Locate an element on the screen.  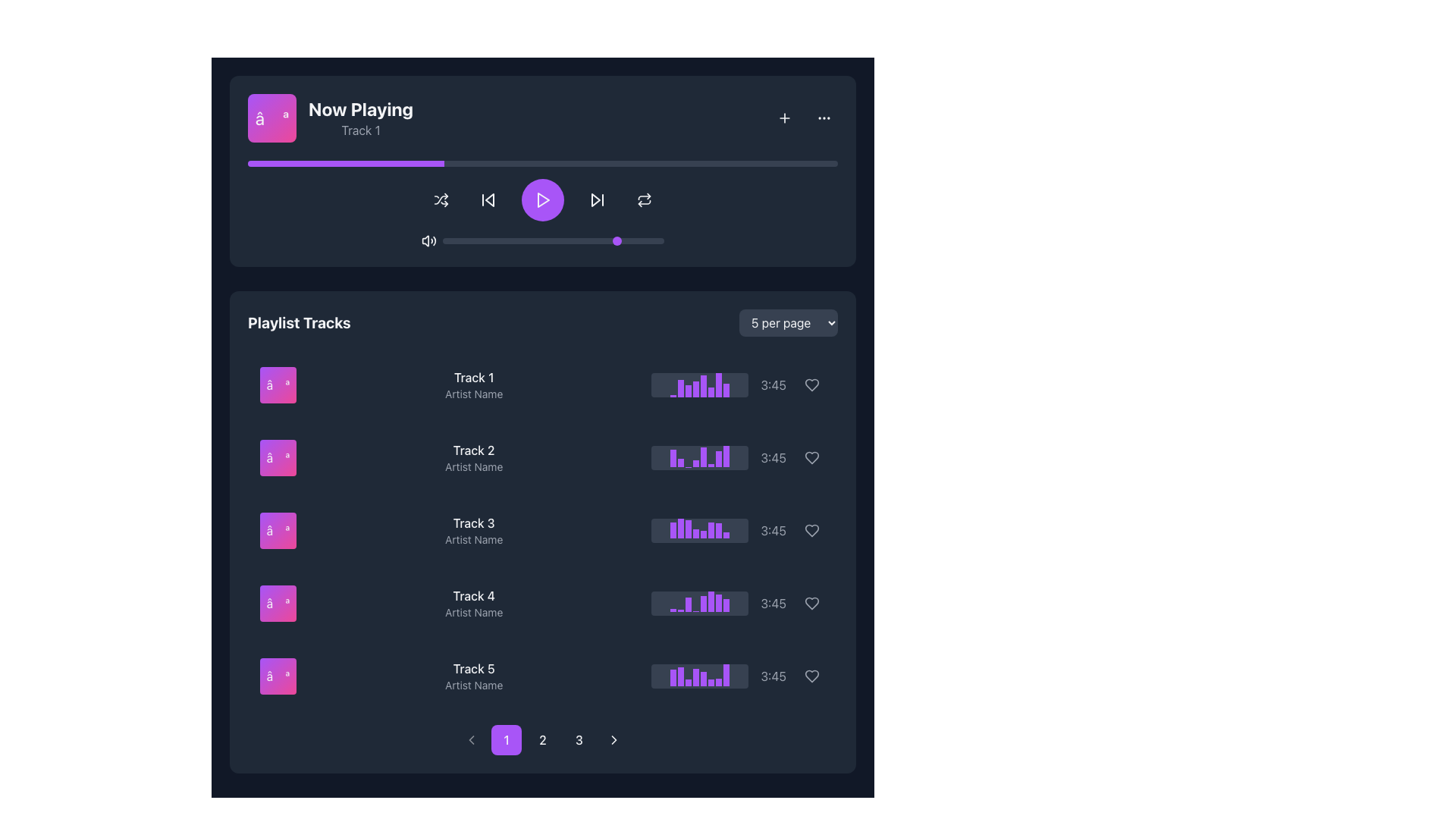
the fourth vertical purple bar in the data visualization chart is located at coordinates (695, 388).